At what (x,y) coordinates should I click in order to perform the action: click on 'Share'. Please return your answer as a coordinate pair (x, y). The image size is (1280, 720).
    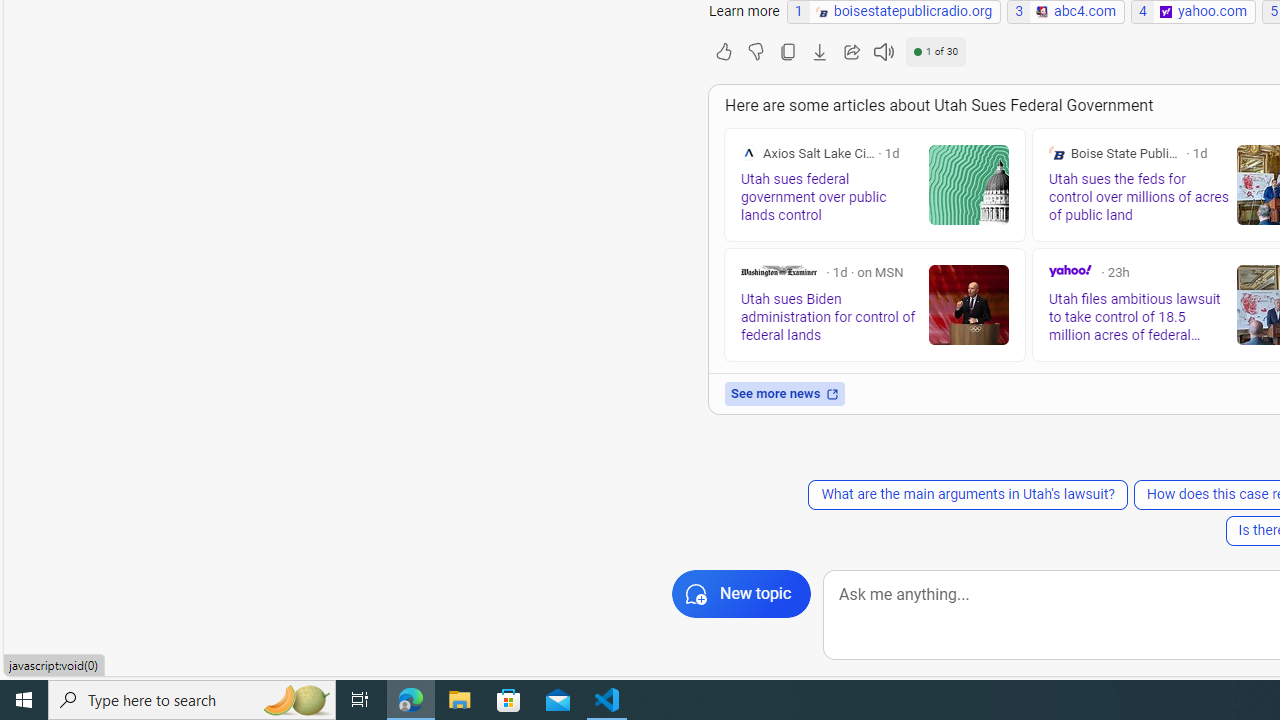
    Looking at the image, I should click on (851, 50).